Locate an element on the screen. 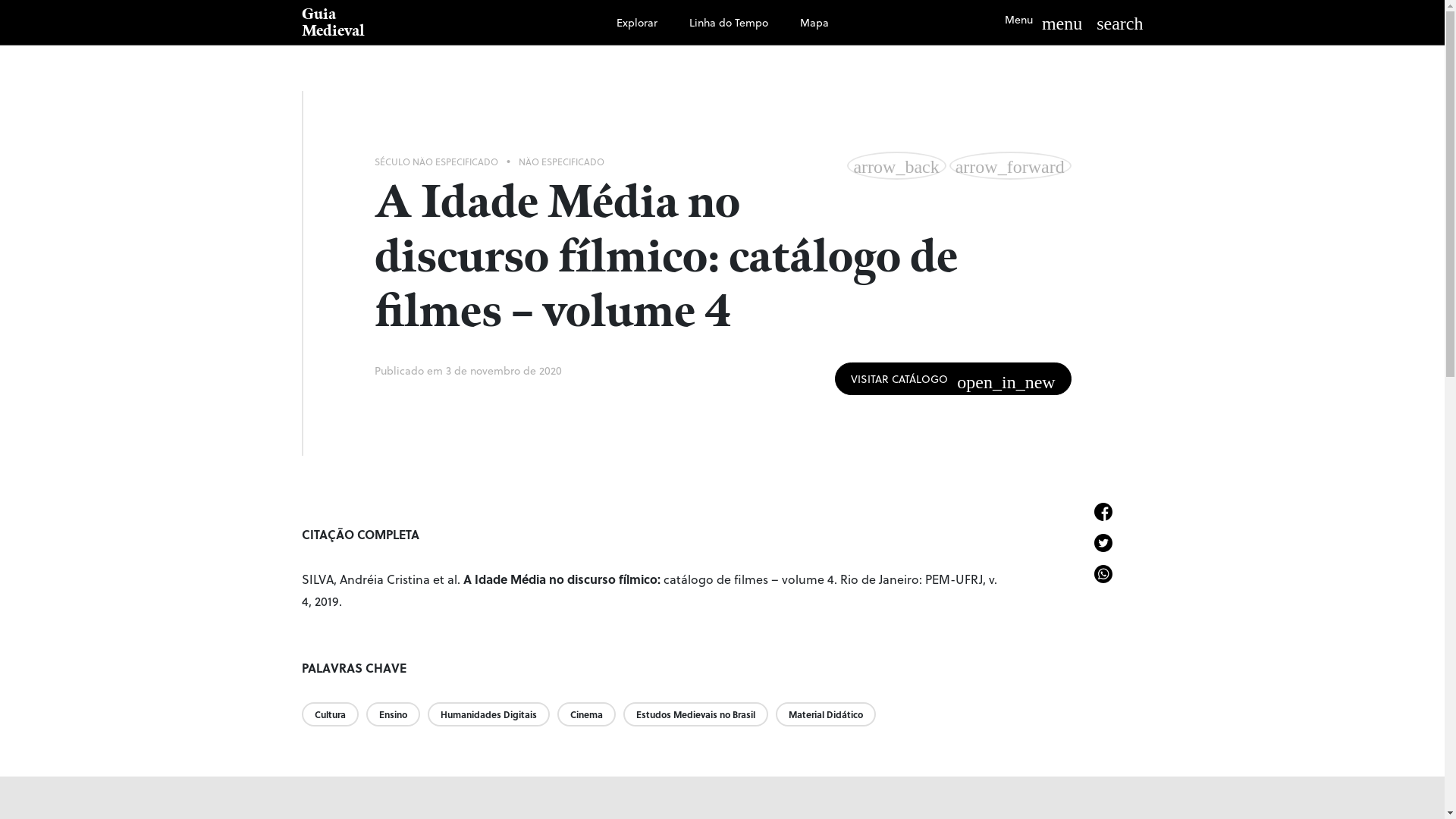 Image resolution: width=1456 pixels, height=819 pixels. 'Explorar' is located at coordinates (637, 22).